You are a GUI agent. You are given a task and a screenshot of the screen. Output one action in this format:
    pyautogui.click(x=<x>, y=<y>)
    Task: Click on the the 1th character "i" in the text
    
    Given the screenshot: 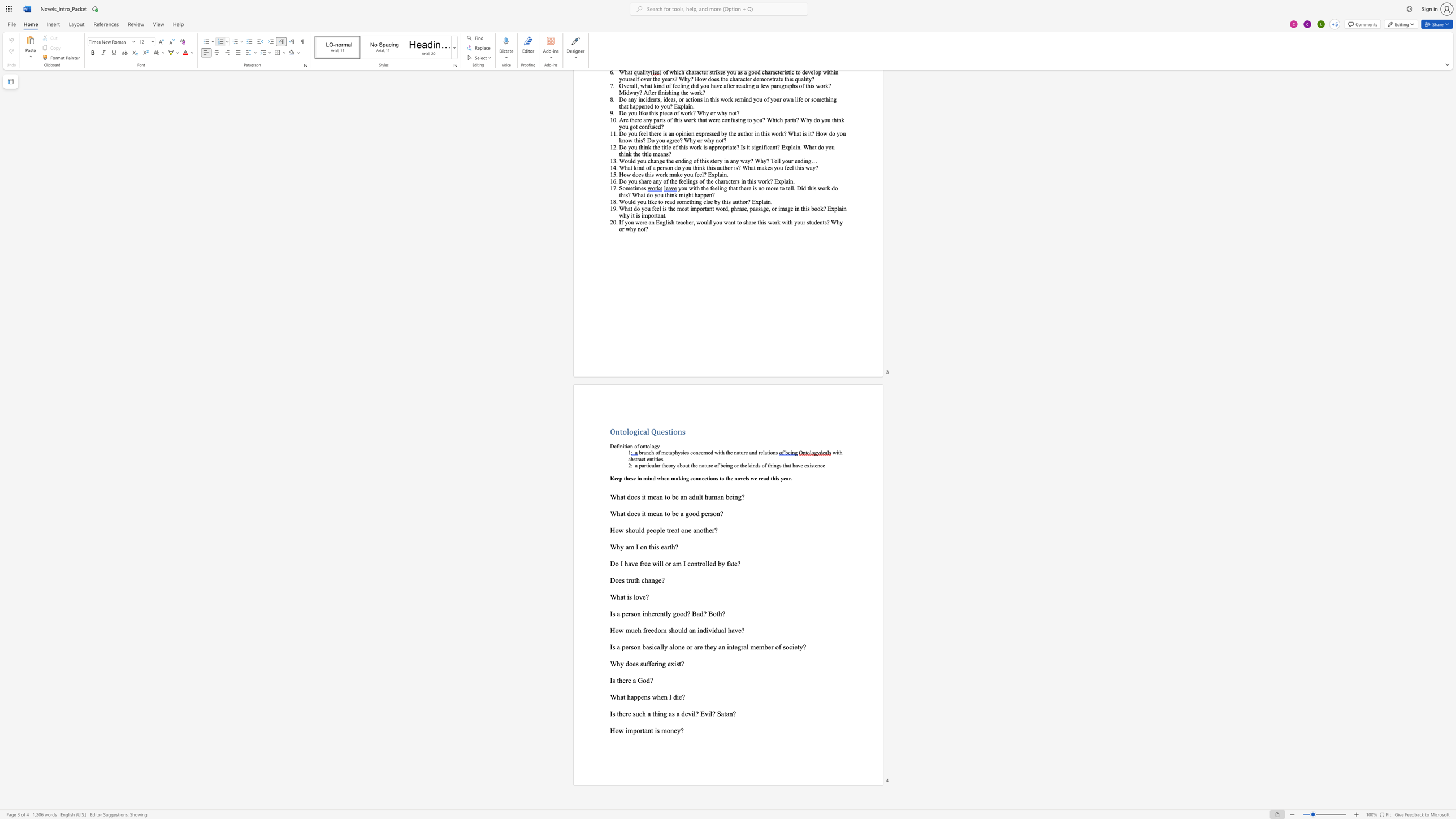 What is the action you would take?
    pyautogui.click(x=619, y=445)
    